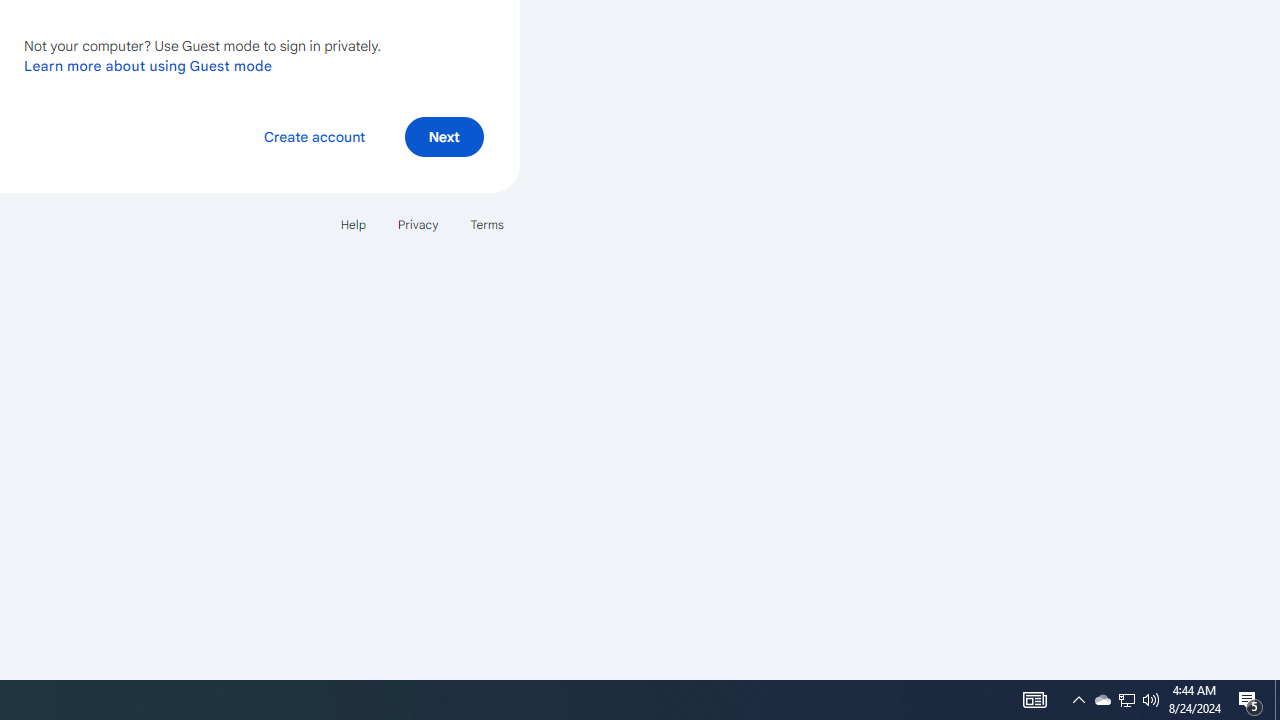 This screenshot has width=1280, height=720. What do you see at coordinates (147, 64) in the screenshot?
I see `'Learn more about using Guest mode'` at bounding box center [147, 64].